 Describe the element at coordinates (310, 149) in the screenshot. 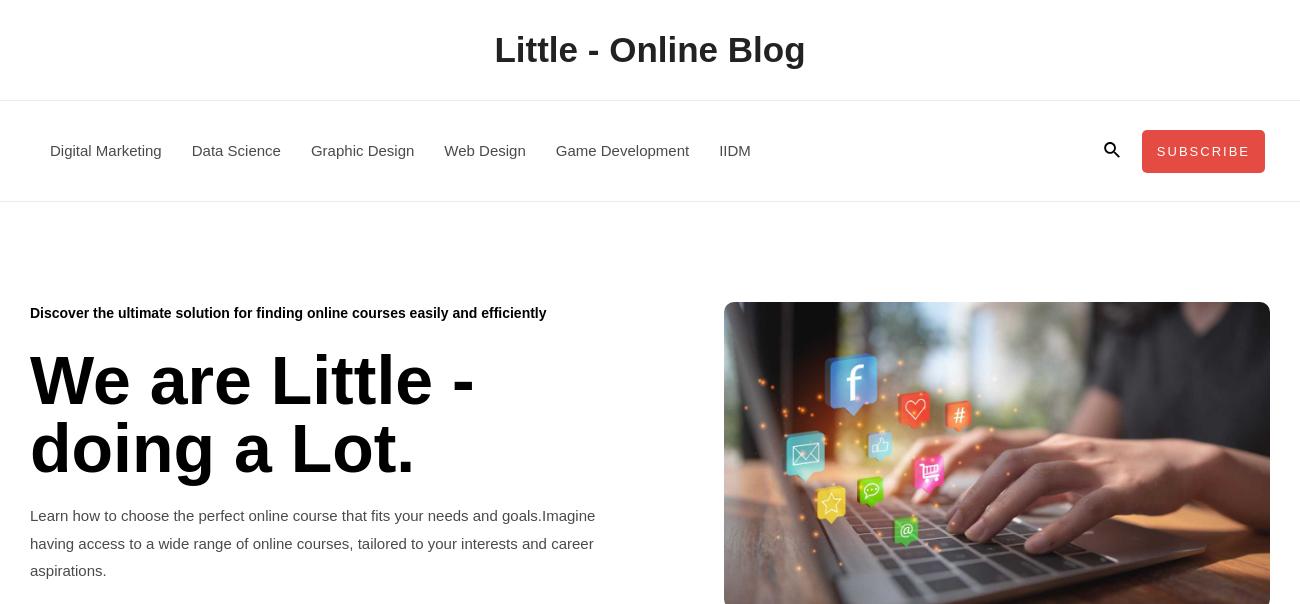

I see `'Graphic Design'` at that location.